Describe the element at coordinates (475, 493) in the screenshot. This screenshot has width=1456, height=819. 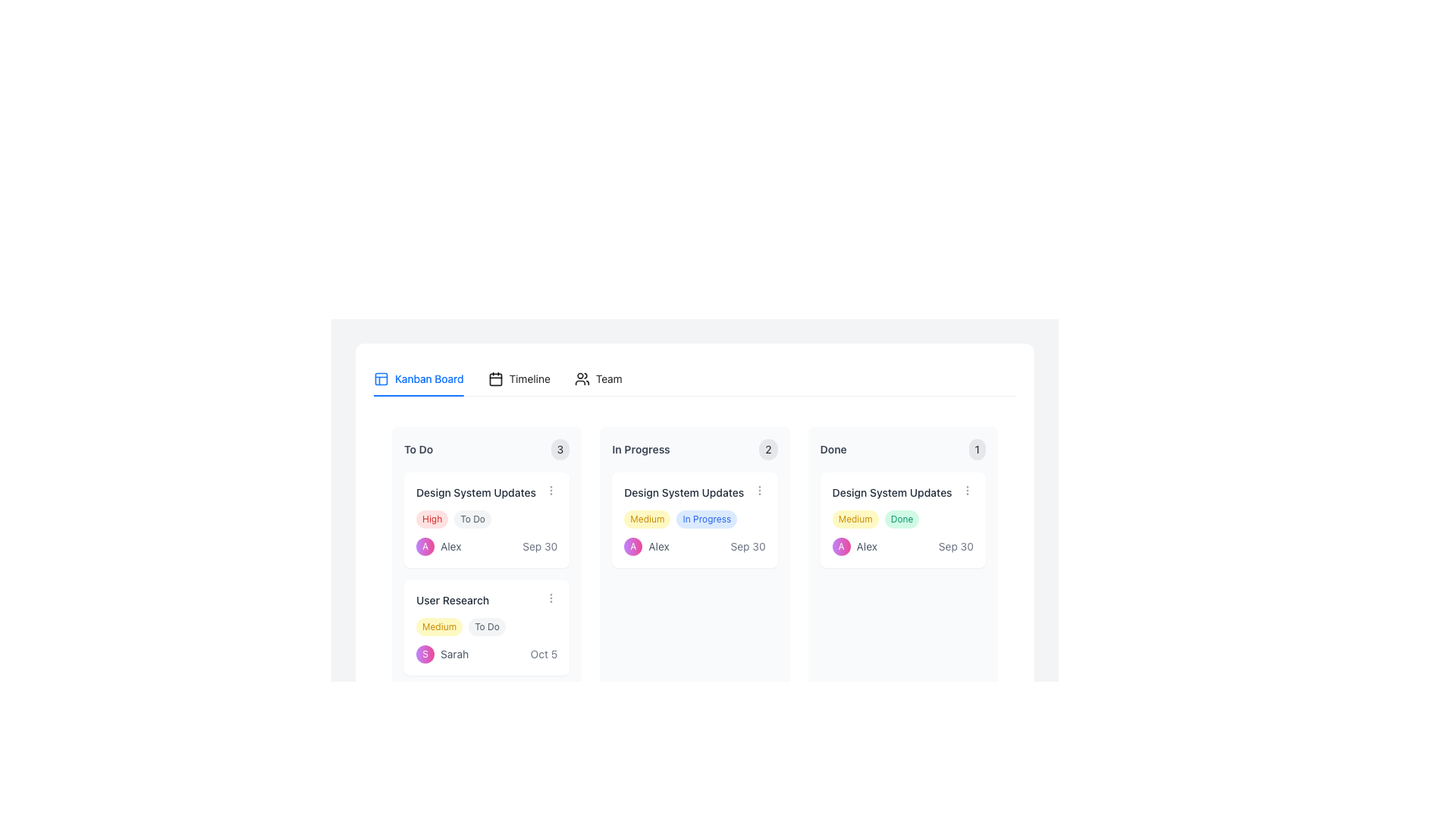
I see `the text label displaying 'Design System Updates' in the 'To Do' column of the Kanban board` at that location.